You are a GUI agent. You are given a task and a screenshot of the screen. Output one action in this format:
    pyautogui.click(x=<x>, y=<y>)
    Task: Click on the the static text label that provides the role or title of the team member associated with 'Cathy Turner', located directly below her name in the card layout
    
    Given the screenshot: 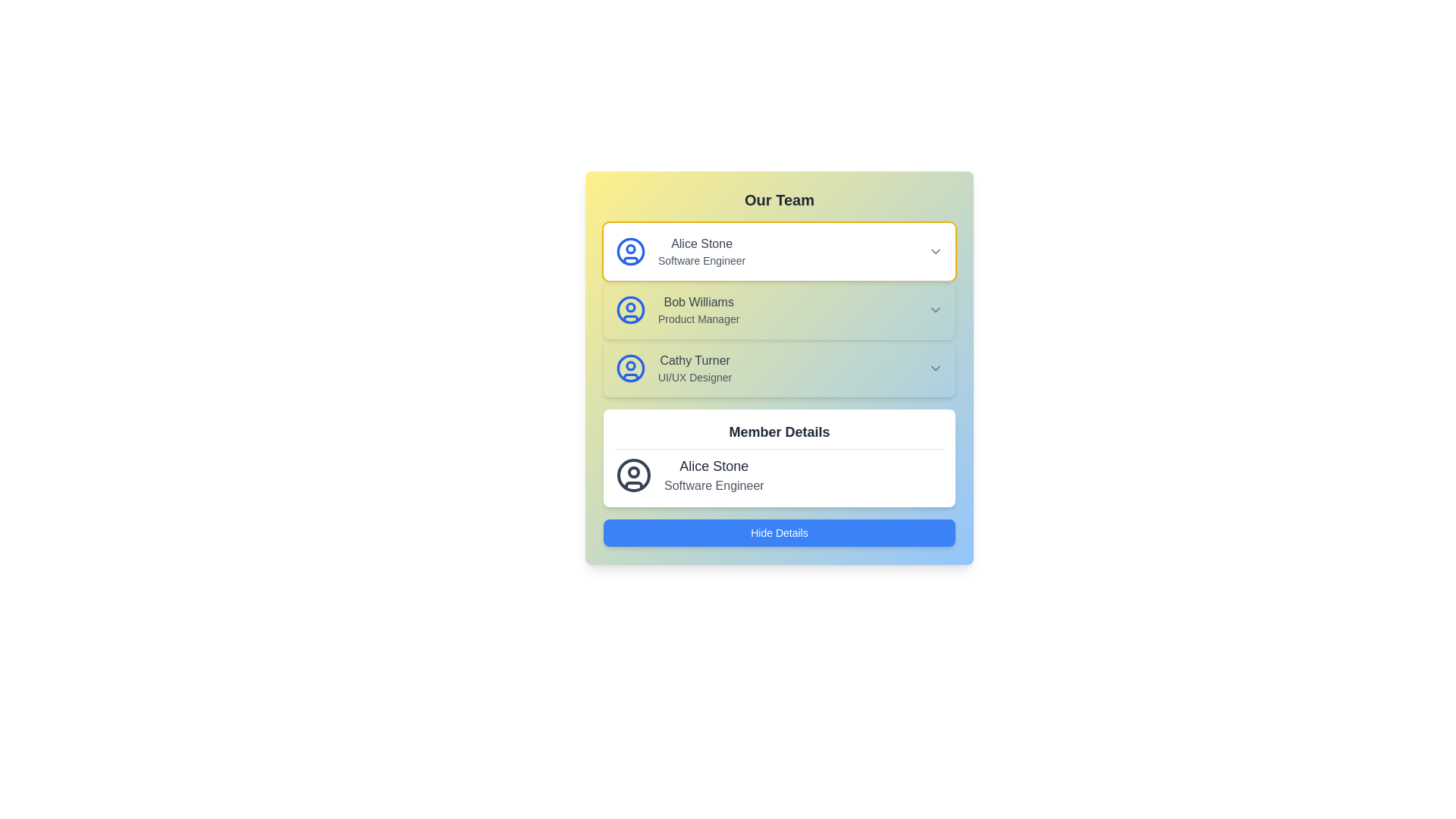 What is the action you would take?
    pyautogui.click(x=694, y=376)
    